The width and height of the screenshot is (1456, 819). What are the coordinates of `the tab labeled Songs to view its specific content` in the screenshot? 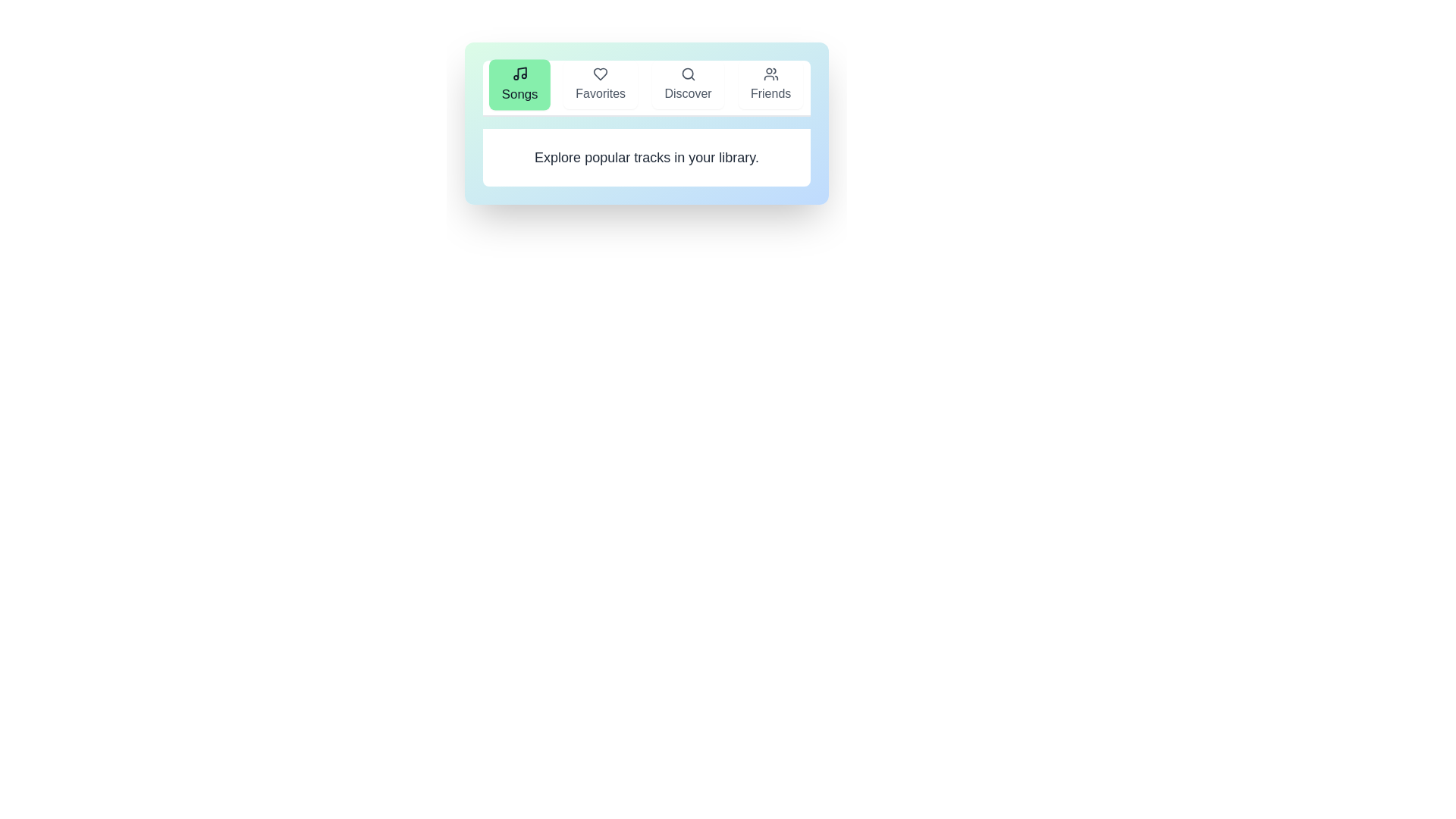 It's located at (519, 84).